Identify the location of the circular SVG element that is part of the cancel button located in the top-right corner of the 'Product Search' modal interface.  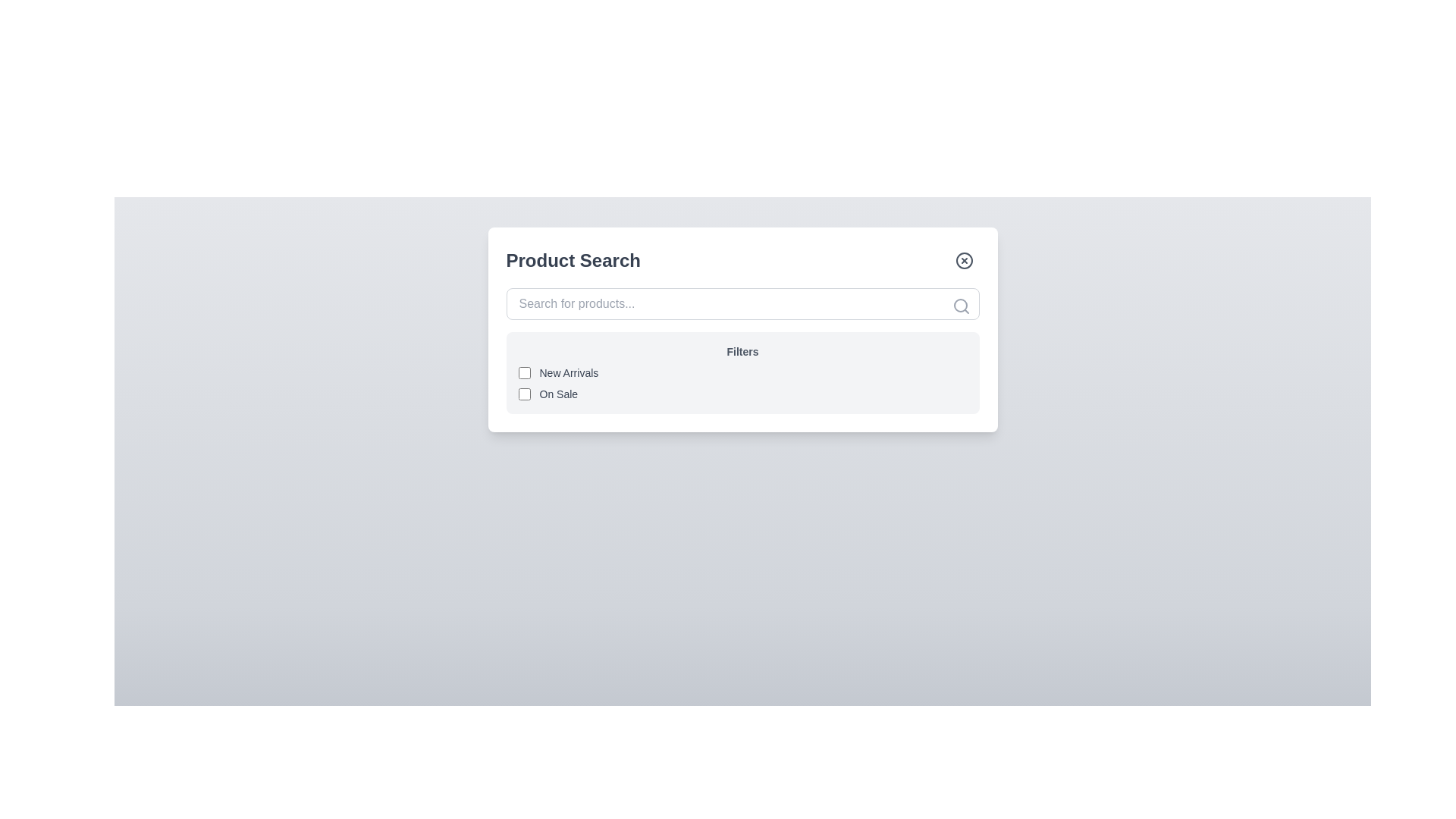
(963, 259).